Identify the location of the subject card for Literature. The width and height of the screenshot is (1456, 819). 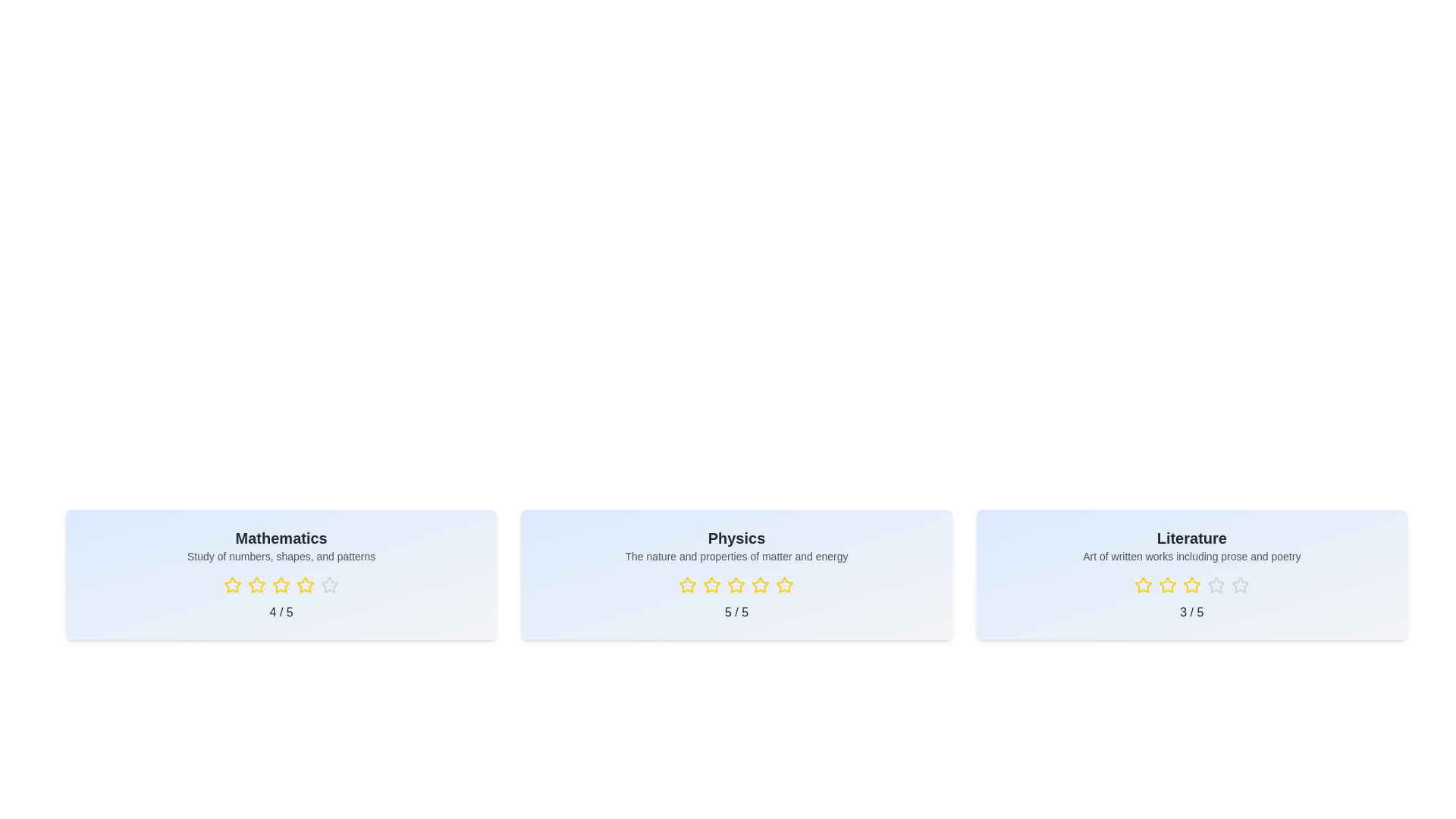
(1190, 575).